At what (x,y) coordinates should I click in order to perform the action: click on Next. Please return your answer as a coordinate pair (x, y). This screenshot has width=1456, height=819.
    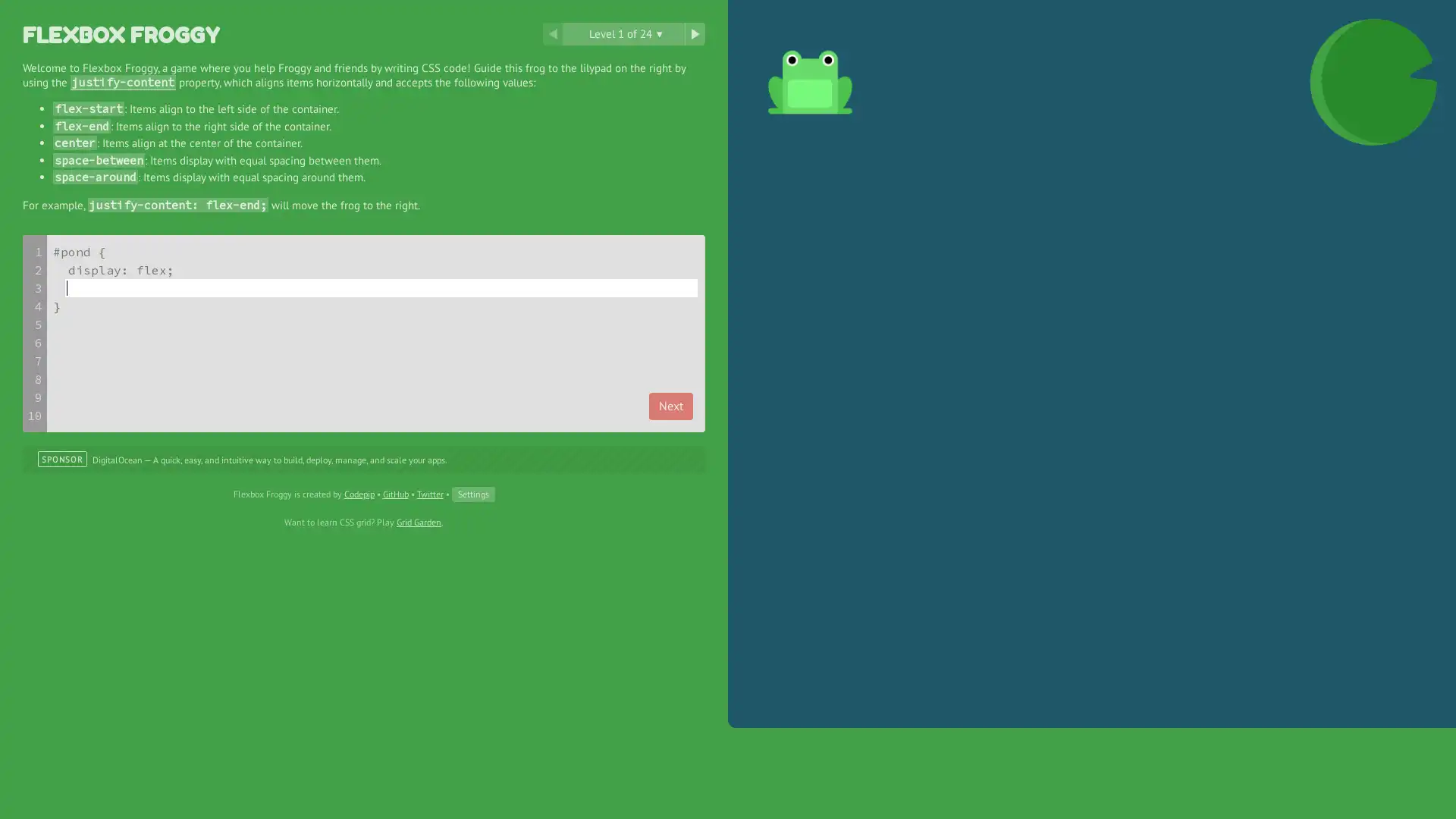
    Looking at the image, I should click on (670, 405).